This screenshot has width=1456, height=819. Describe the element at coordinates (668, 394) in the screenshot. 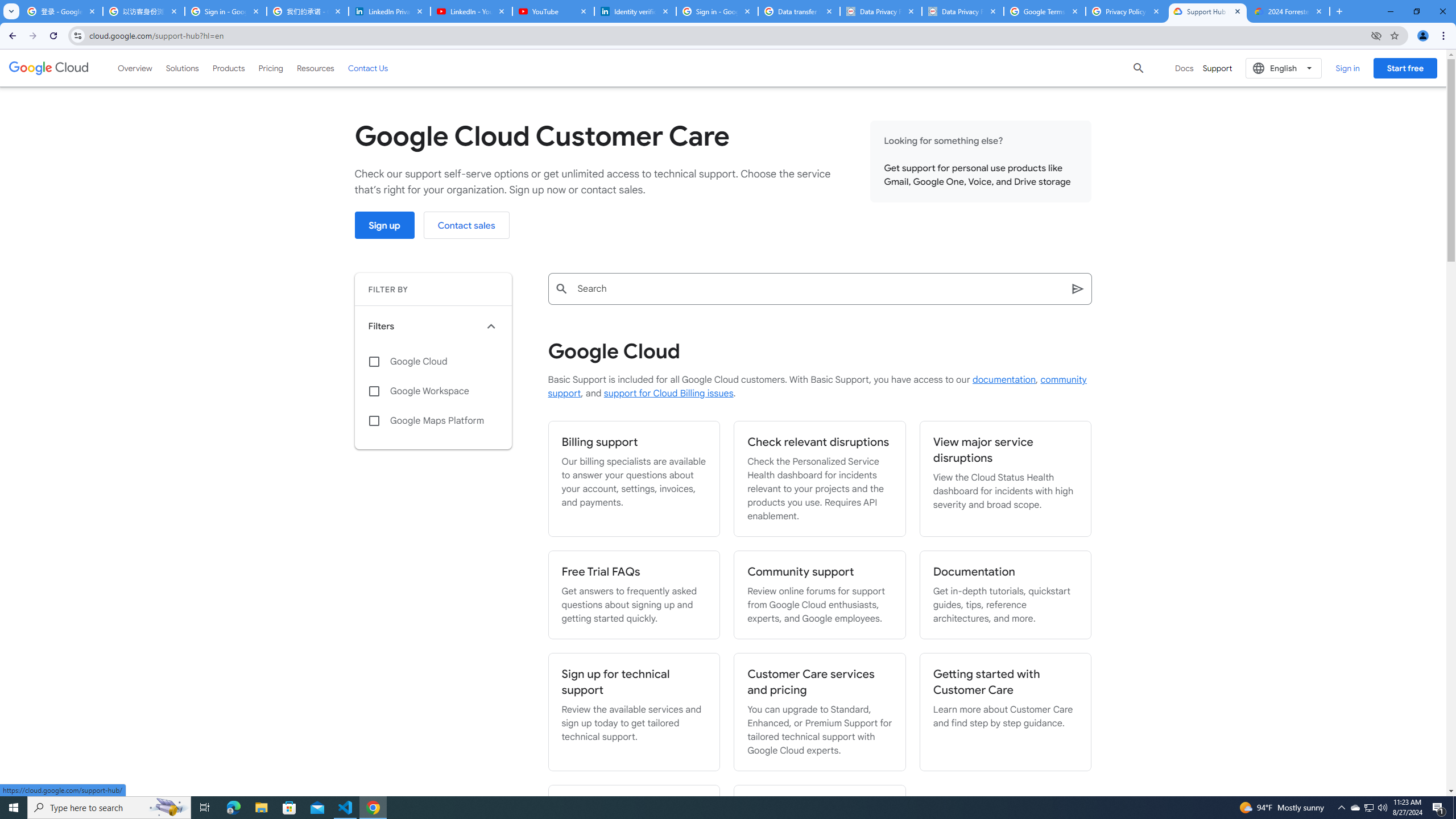

I see `'support for Cloud Billing issues'` at that location.